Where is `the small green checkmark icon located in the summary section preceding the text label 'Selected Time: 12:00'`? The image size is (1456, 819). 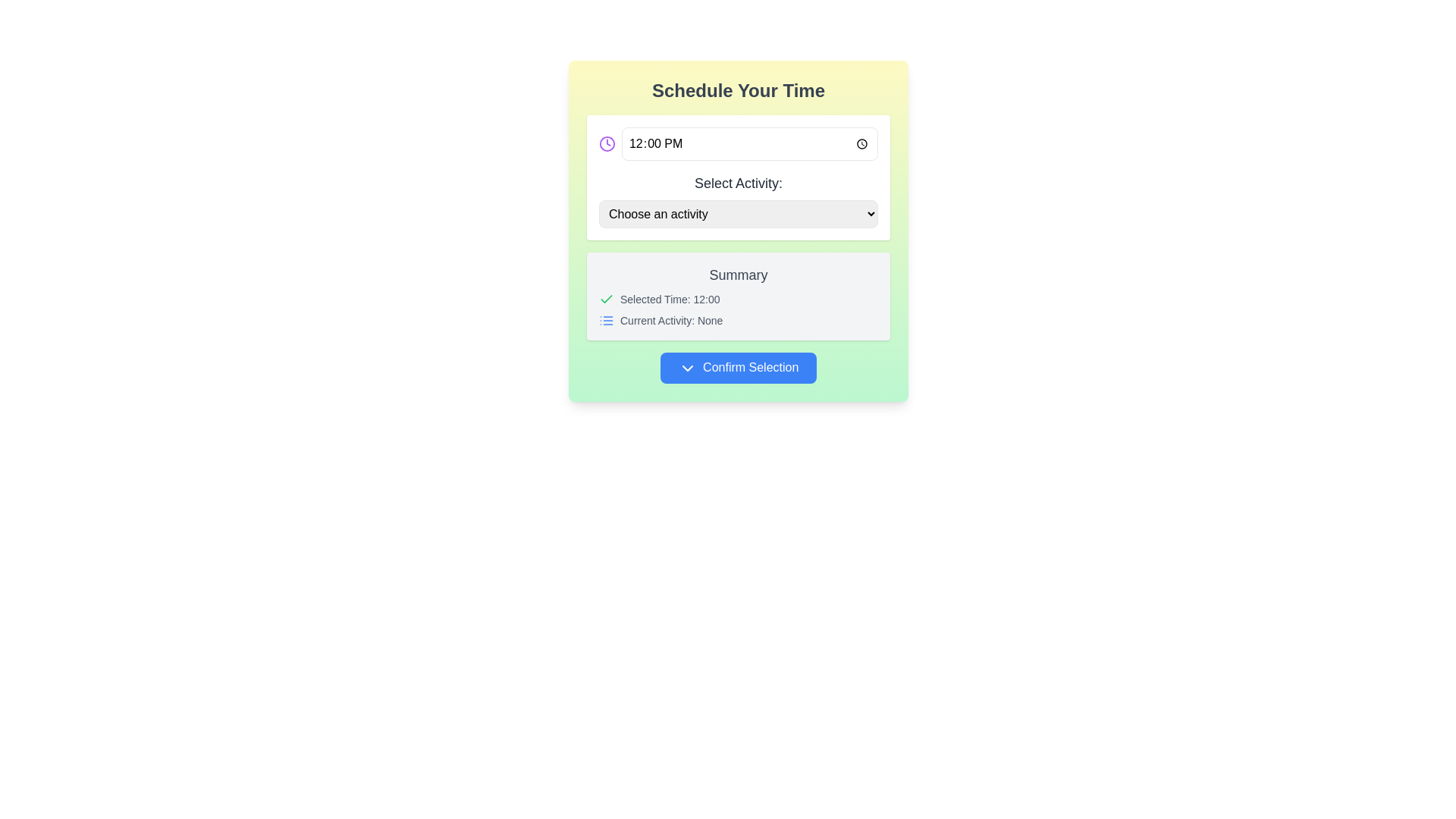 the small green checkmark icon located in the summary section preceding the text label 'Selected Time: 12:00' is located at coordinates (607, 299).